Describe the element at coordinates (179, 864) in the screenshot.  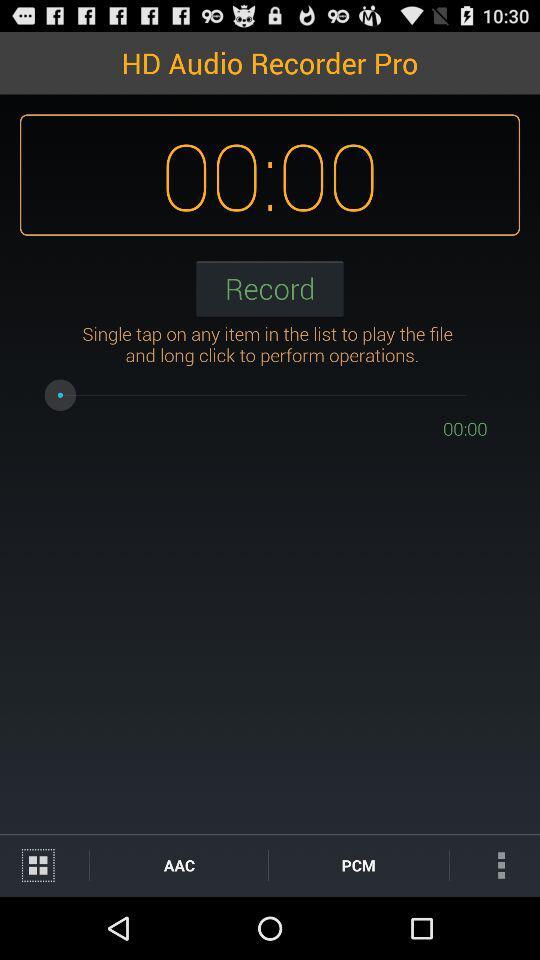
I see `icon to the left of pcm item` at that location.